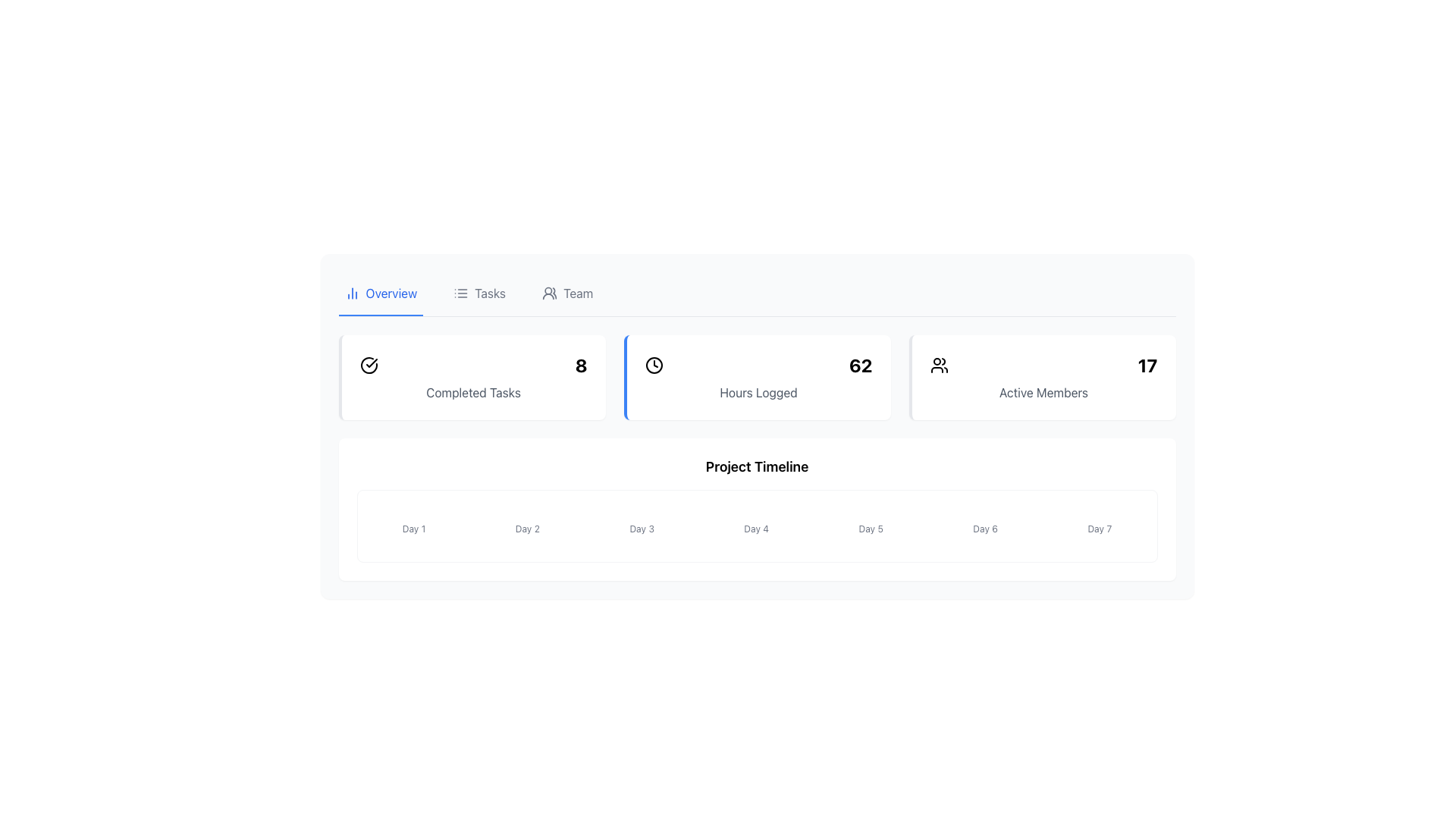 Image resolution: width=1456 pixels, height=819 pixels. Describe the element at coordinates (1100, 526) in the screenshot. I see `the progress representation for 'Day 7' in the project's timeline, which is the seventh element in a horizontally aligned list of components labeled from 'Day 1' to 'Day 7'` at that location.